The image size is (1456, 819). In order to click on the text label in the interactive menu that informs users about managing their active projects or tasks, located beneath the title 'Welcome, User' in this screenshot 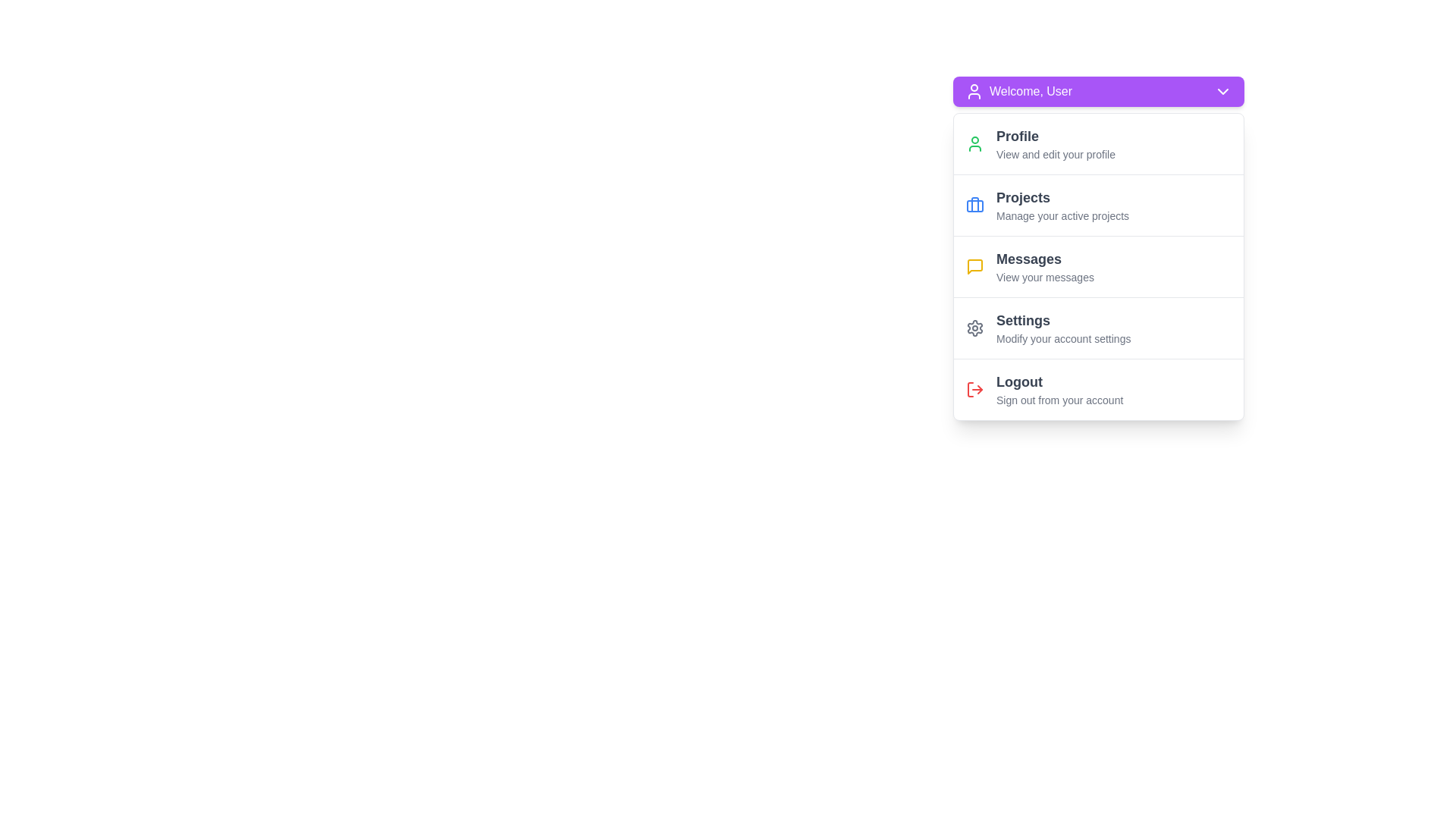, I will do `click(1062, 205)`.